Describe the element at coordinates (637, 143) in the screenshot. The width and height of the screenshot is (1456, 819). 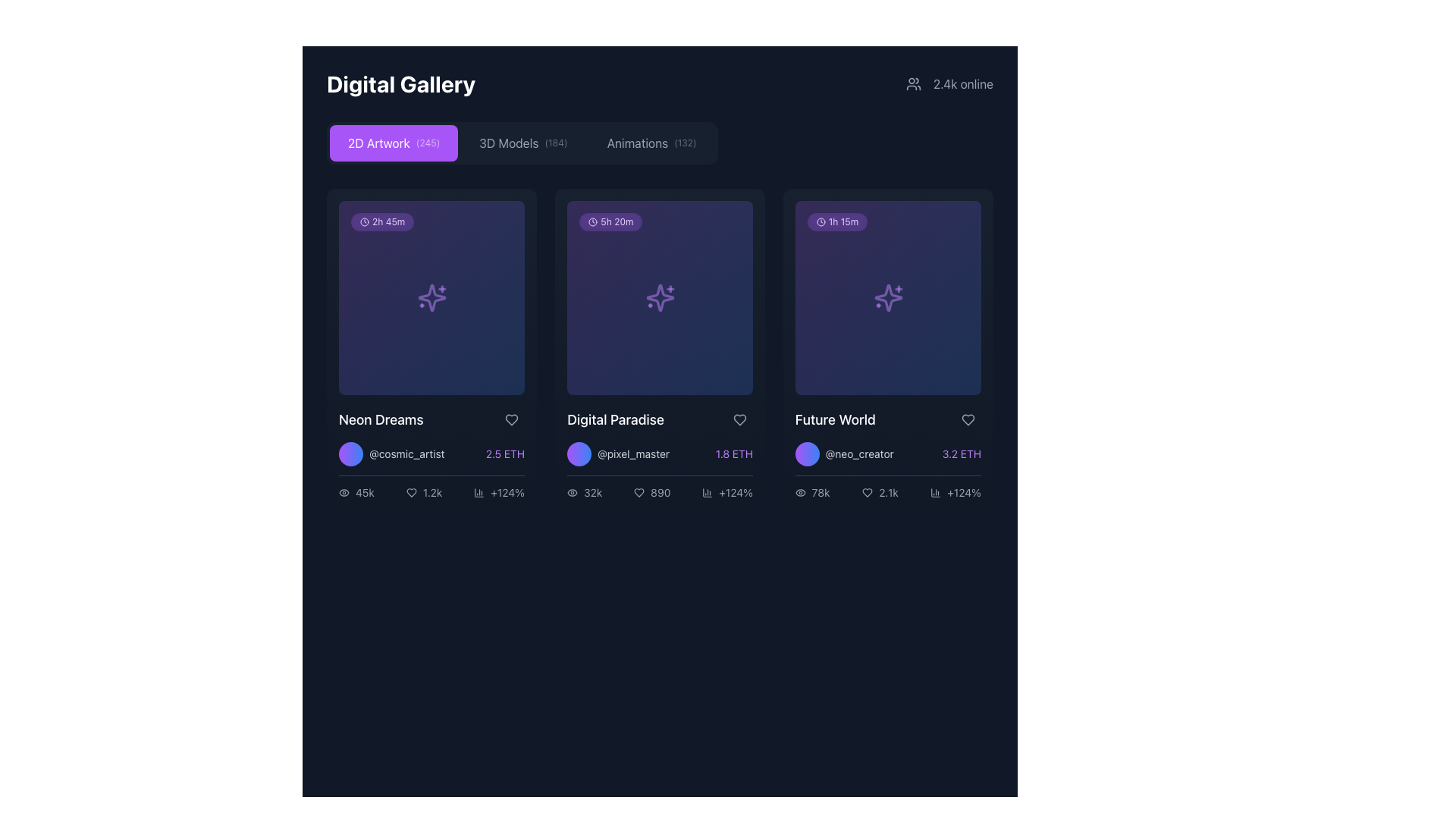
I see `the 'Animations' text label in the top navigation section of the interface, which is styled in dark gray and is the third item from the left` at that location.